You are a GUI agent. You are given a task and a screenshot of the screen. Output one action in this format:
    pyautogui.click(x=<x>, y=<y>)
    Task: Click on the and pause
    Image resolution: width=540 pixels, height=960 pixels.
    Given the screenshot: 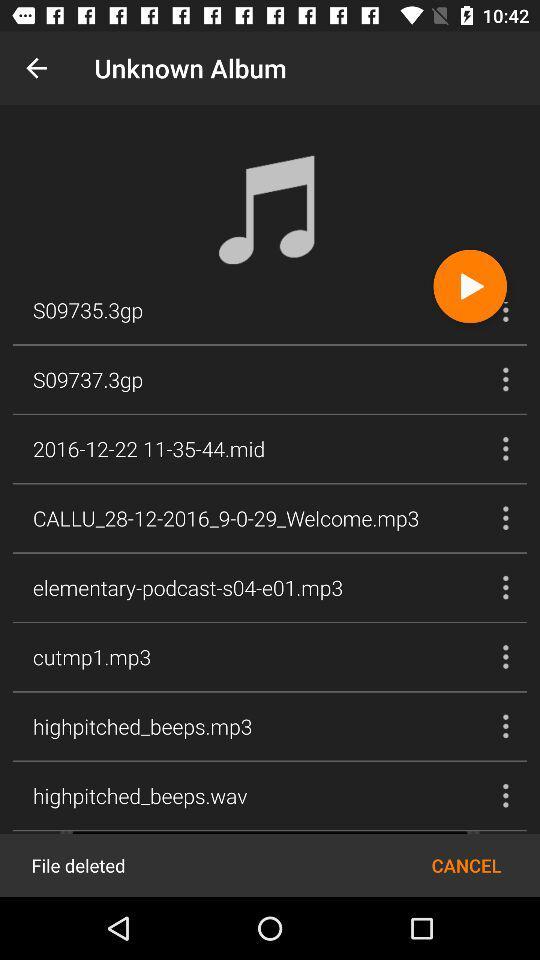 What is the action you would take?
    pyautogui.click(x=470, y=285)
    